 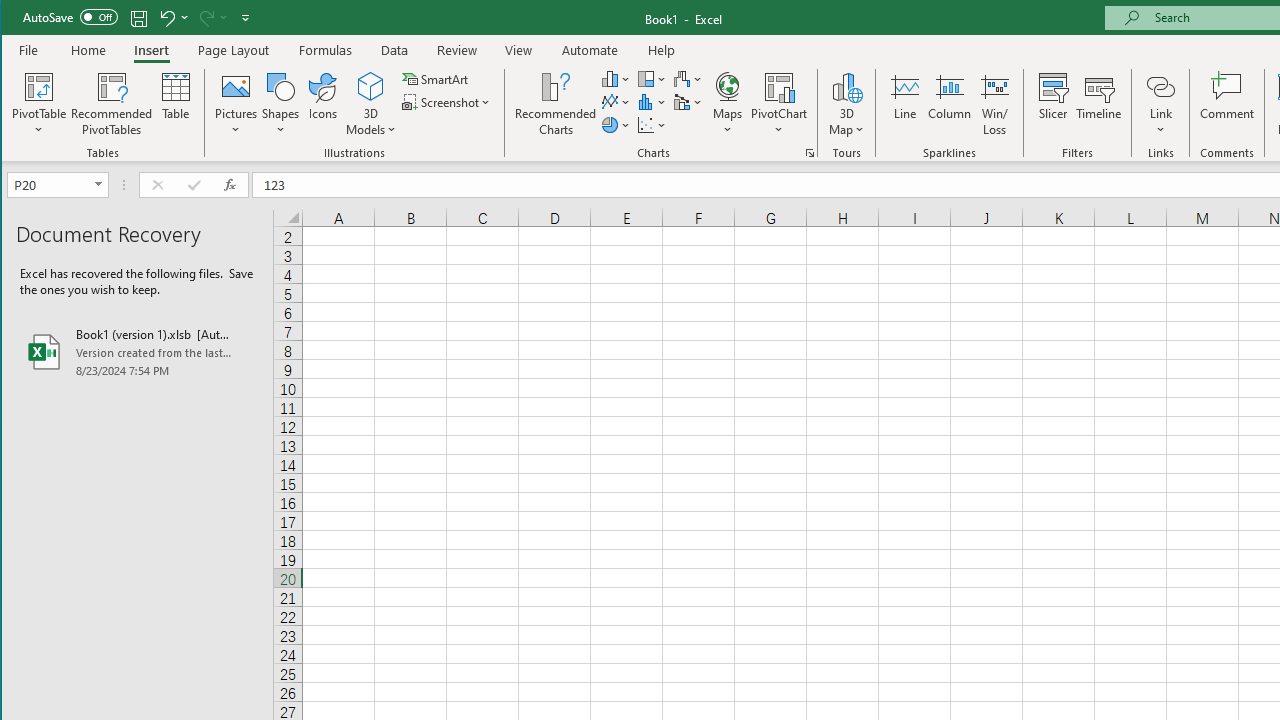 What do you see at coordinates (39, 104) in the screenshot?
I see `'PivotTable'` at bounding box center [39, 104].